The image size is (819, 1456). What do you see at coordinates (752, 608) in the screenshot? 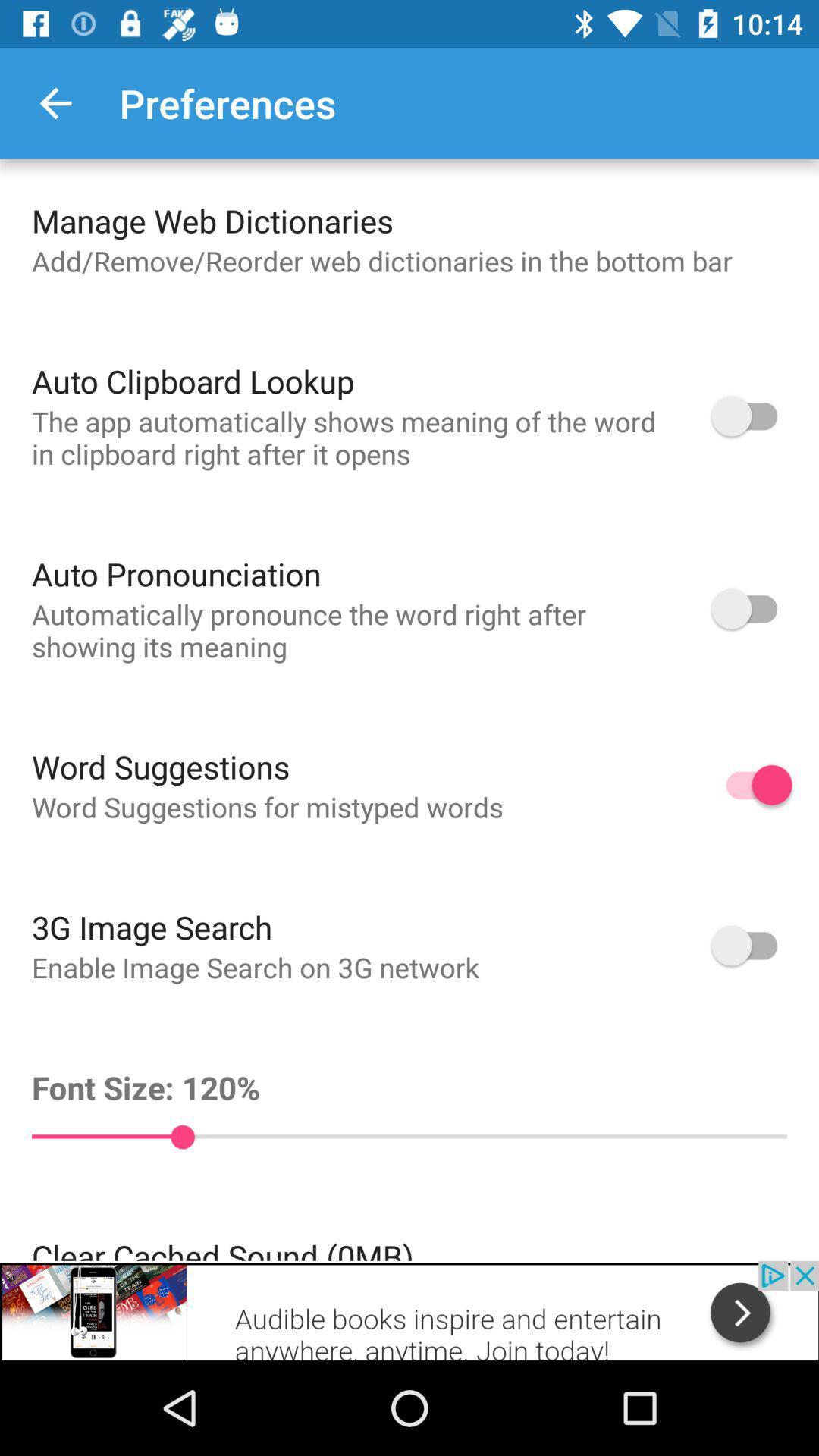
I see `auto pronunciation` at bounding box center [752, 608].